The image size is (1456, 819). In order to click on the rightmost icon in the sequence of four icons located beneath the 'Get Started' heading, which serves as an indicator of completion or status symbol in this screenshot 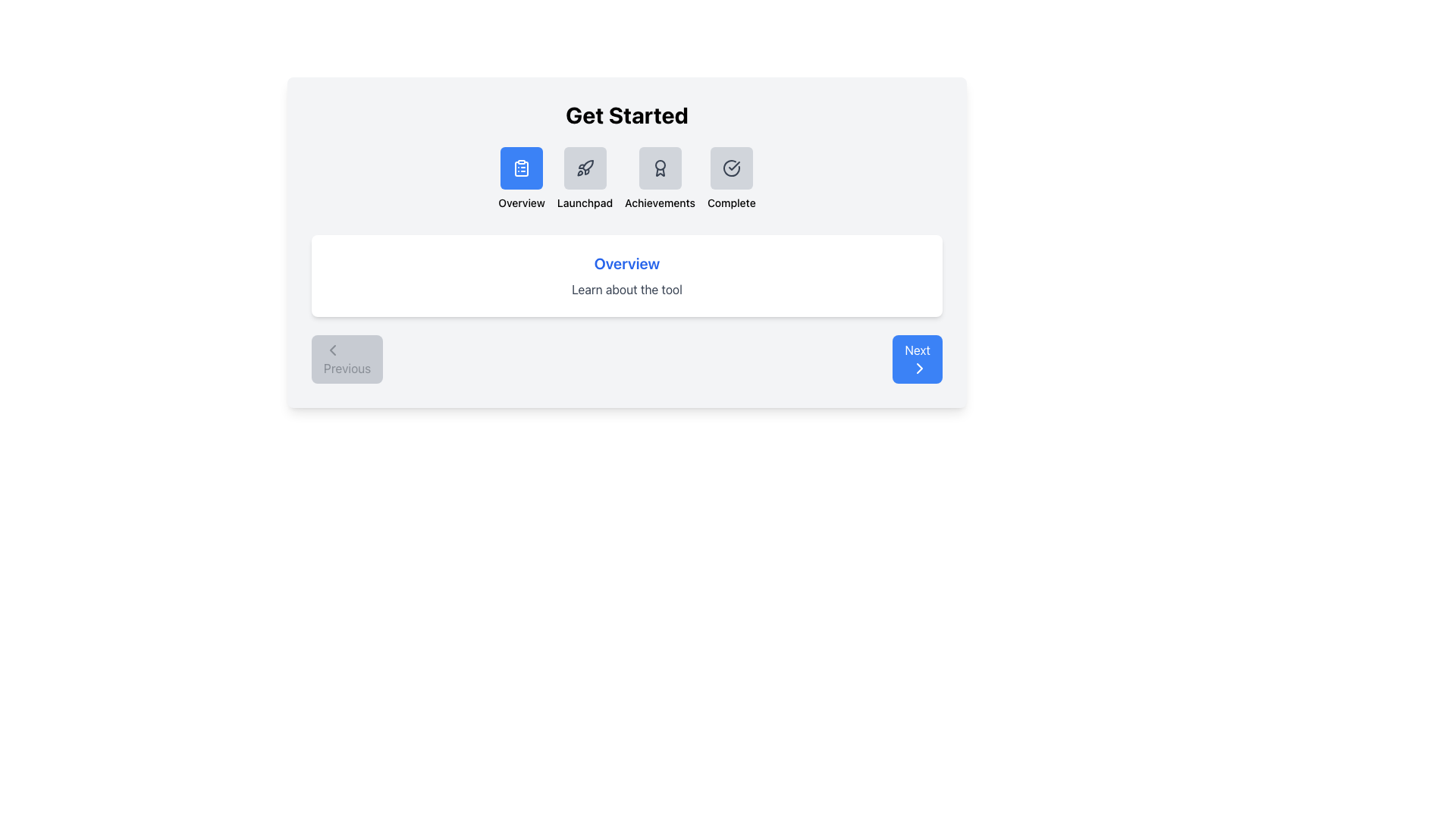, I will do `click(731, 168)`.